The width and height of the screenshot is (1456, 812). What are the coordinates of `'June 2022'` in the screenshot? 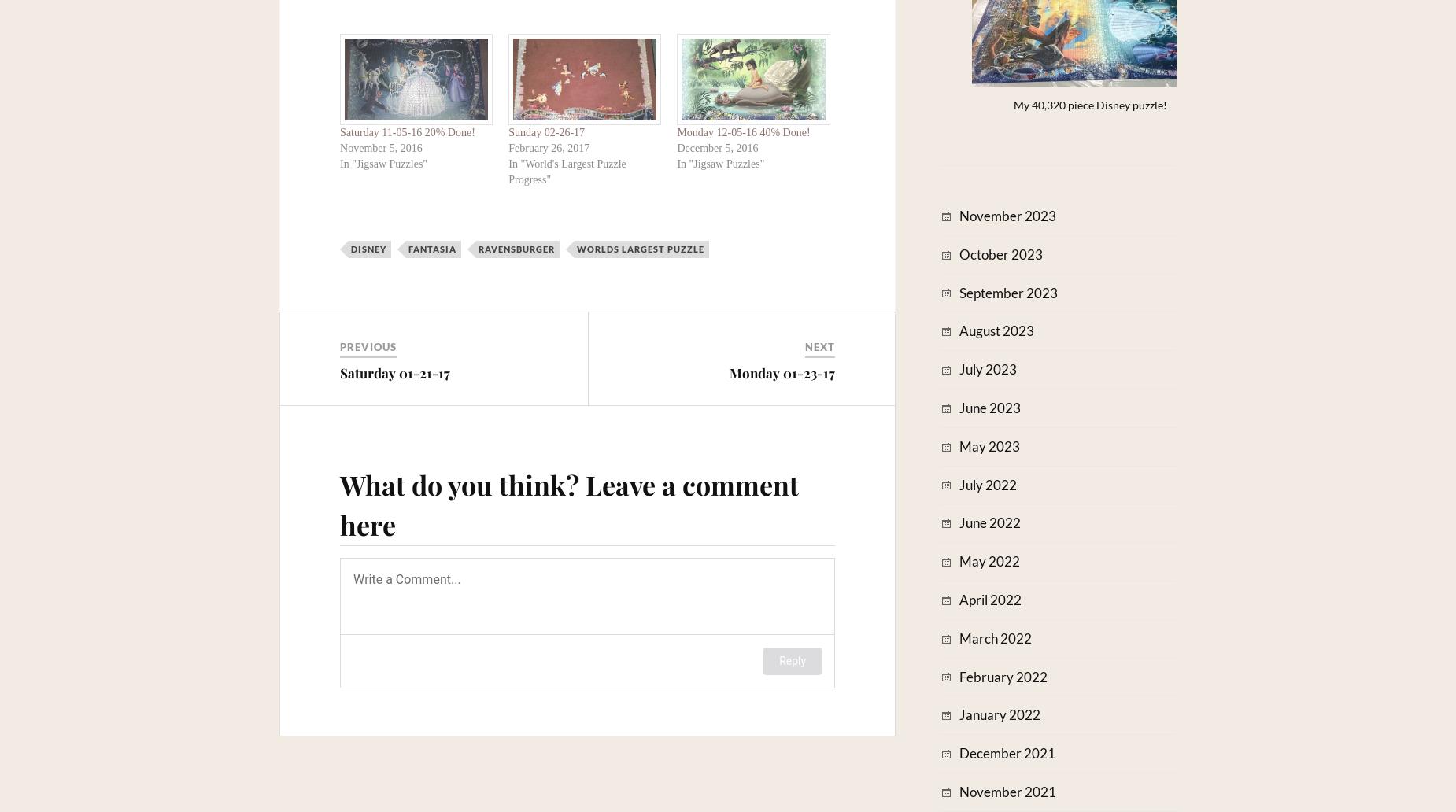 It's located at (989, 522).